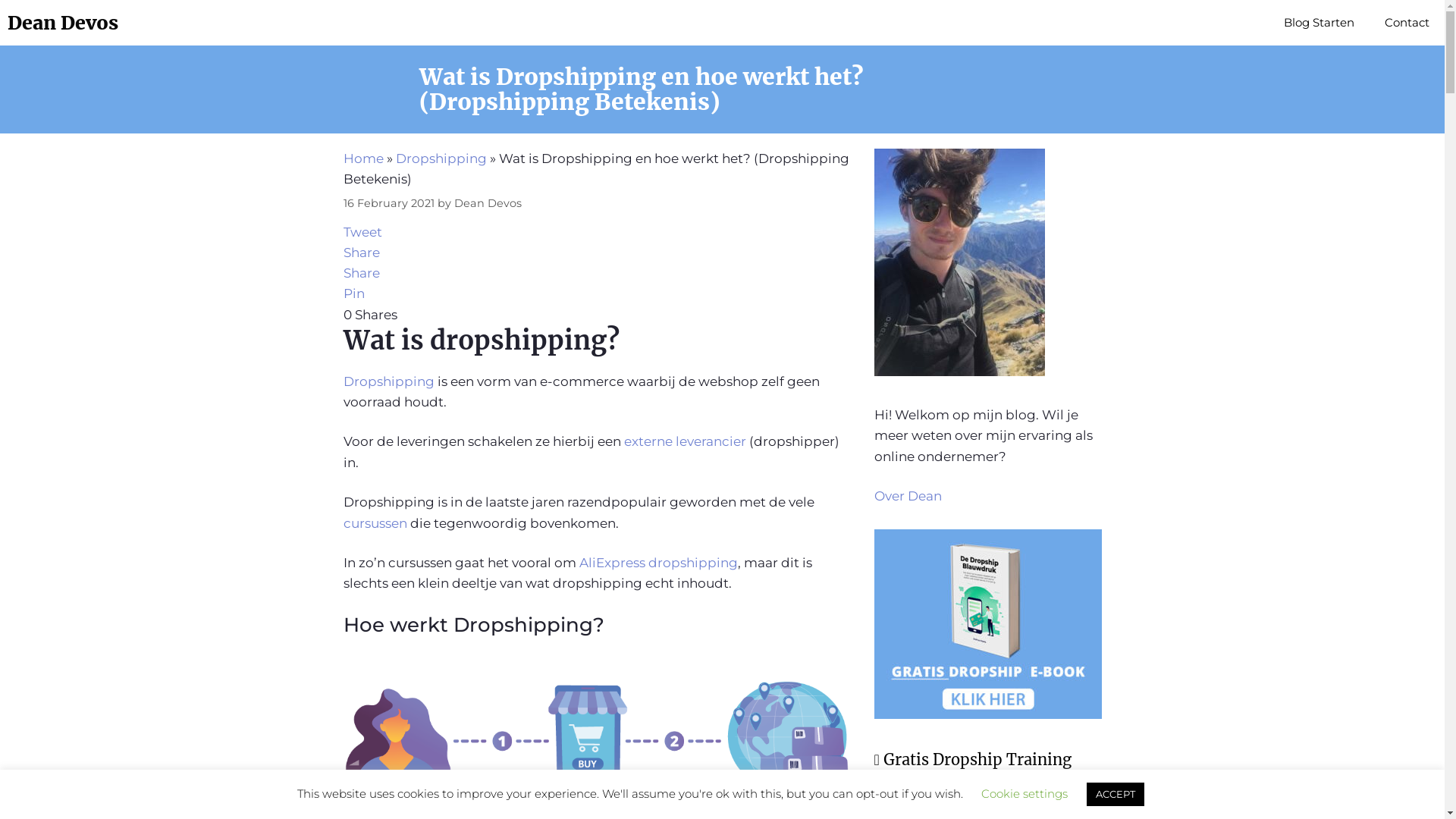 This screenshot has height=819, width=1456. I want to click on 'Cookie settings', so click(1024, 792).